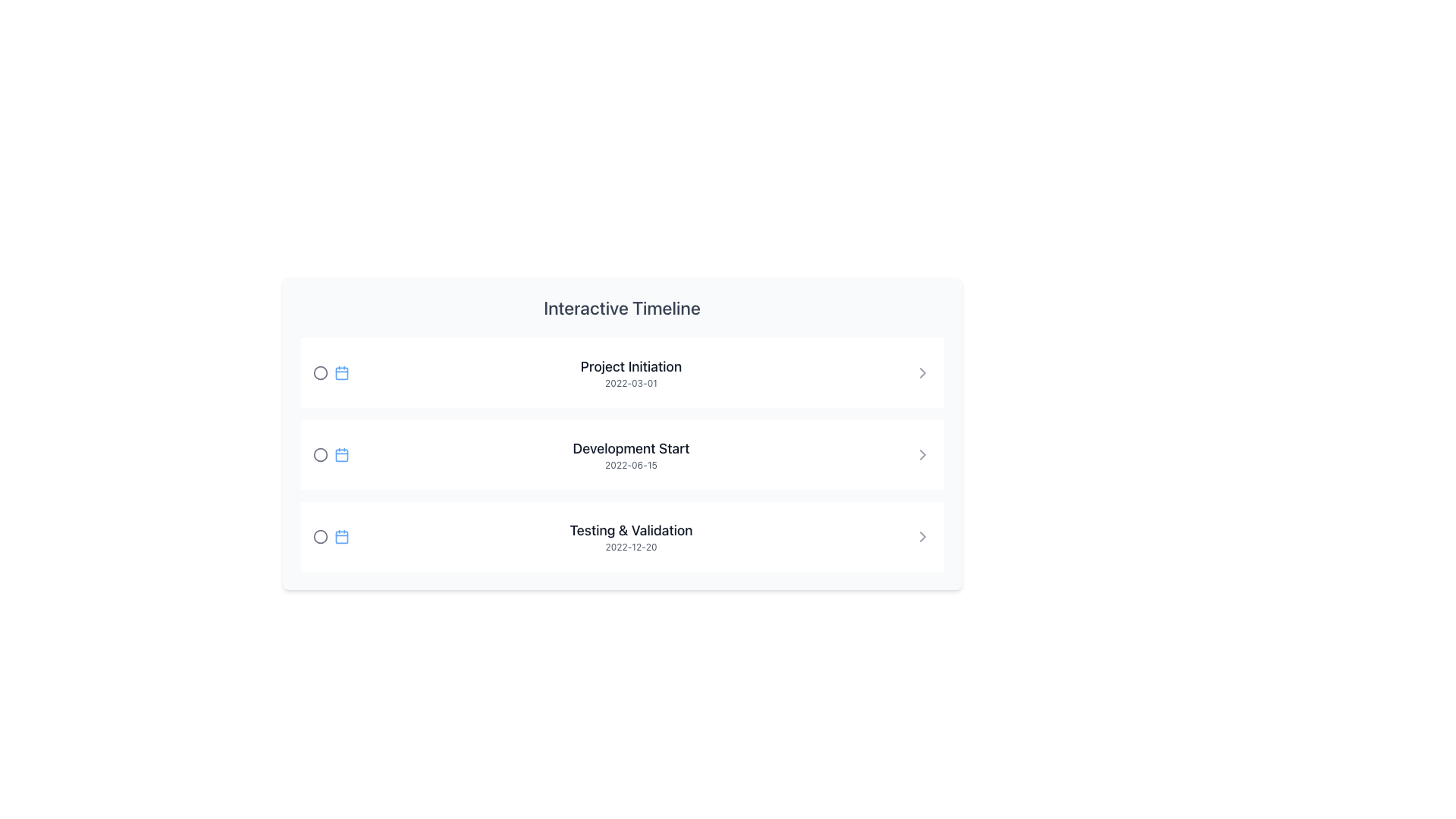 The height and width of the screenshot is (819, 1456). What do you see at coordinates (631, 529) in the screenshot?
I see `text element displaying 'Testing & Validation' which is the first line of text in the third row of the timeline view, positioned above the date '2022-12-20'` at bounding box center [631, 529].